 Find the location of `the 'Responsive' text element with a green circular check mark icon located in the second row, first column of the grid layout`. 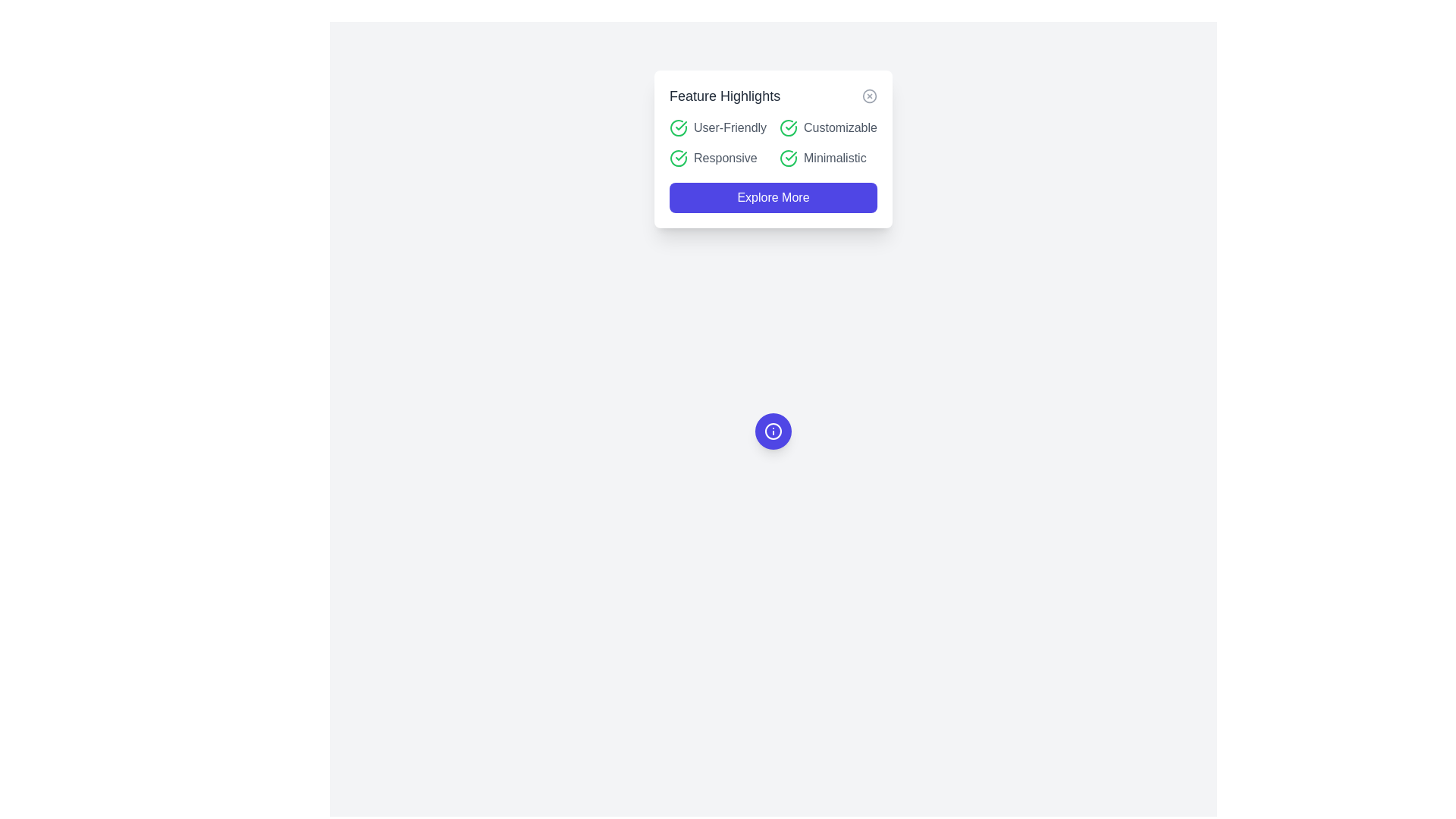

the 'Responsive' text element with a green circular check mark icon located in the second row, first column of the grid layout is located at coordinates (717, 158).